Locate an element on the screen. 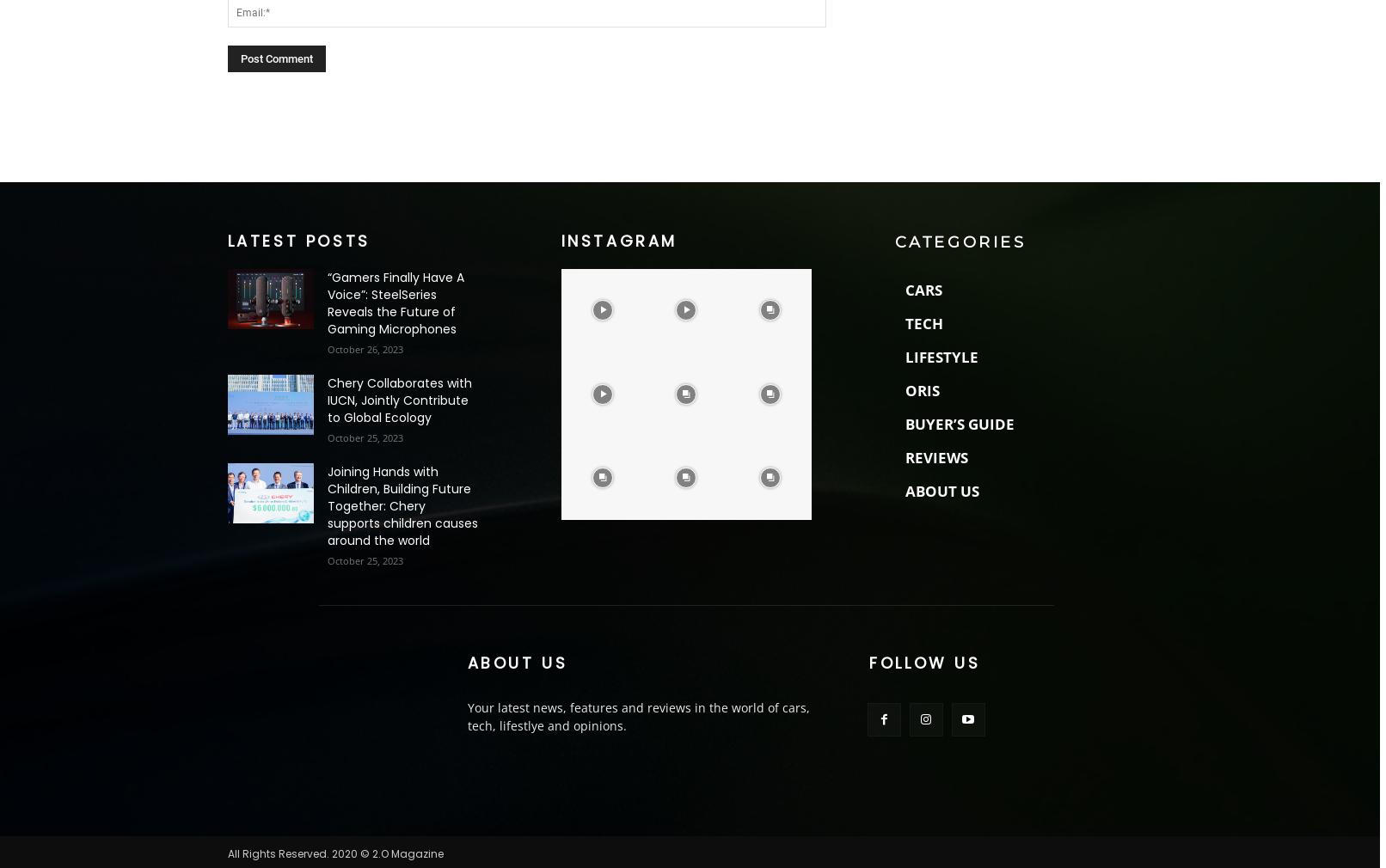 This screenshot has width=1386, height=868. 'BUYER’S GUIDE' is located at coordinates (903, 424).